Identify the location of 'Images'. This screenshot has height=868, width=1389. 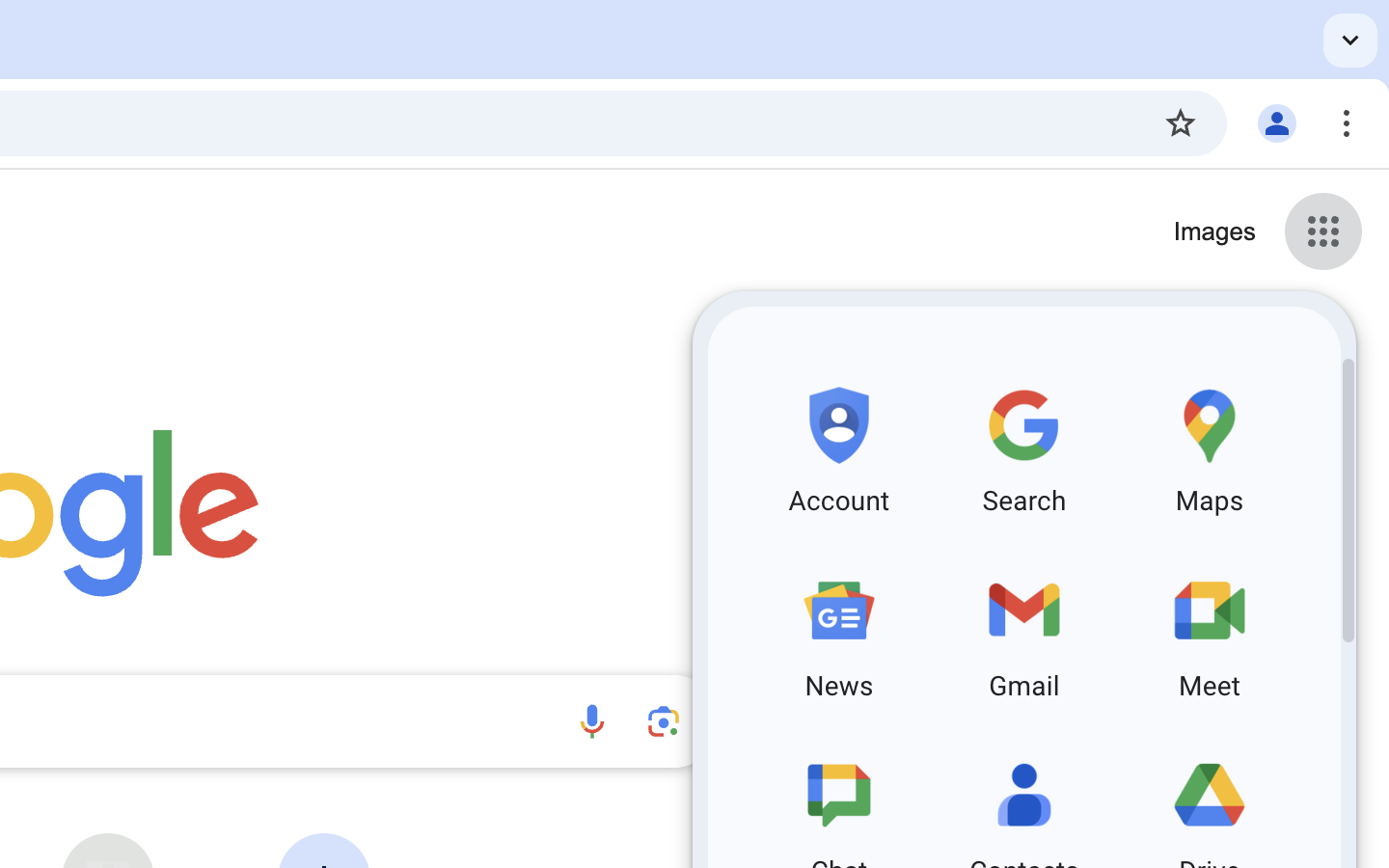
(1212, 231).